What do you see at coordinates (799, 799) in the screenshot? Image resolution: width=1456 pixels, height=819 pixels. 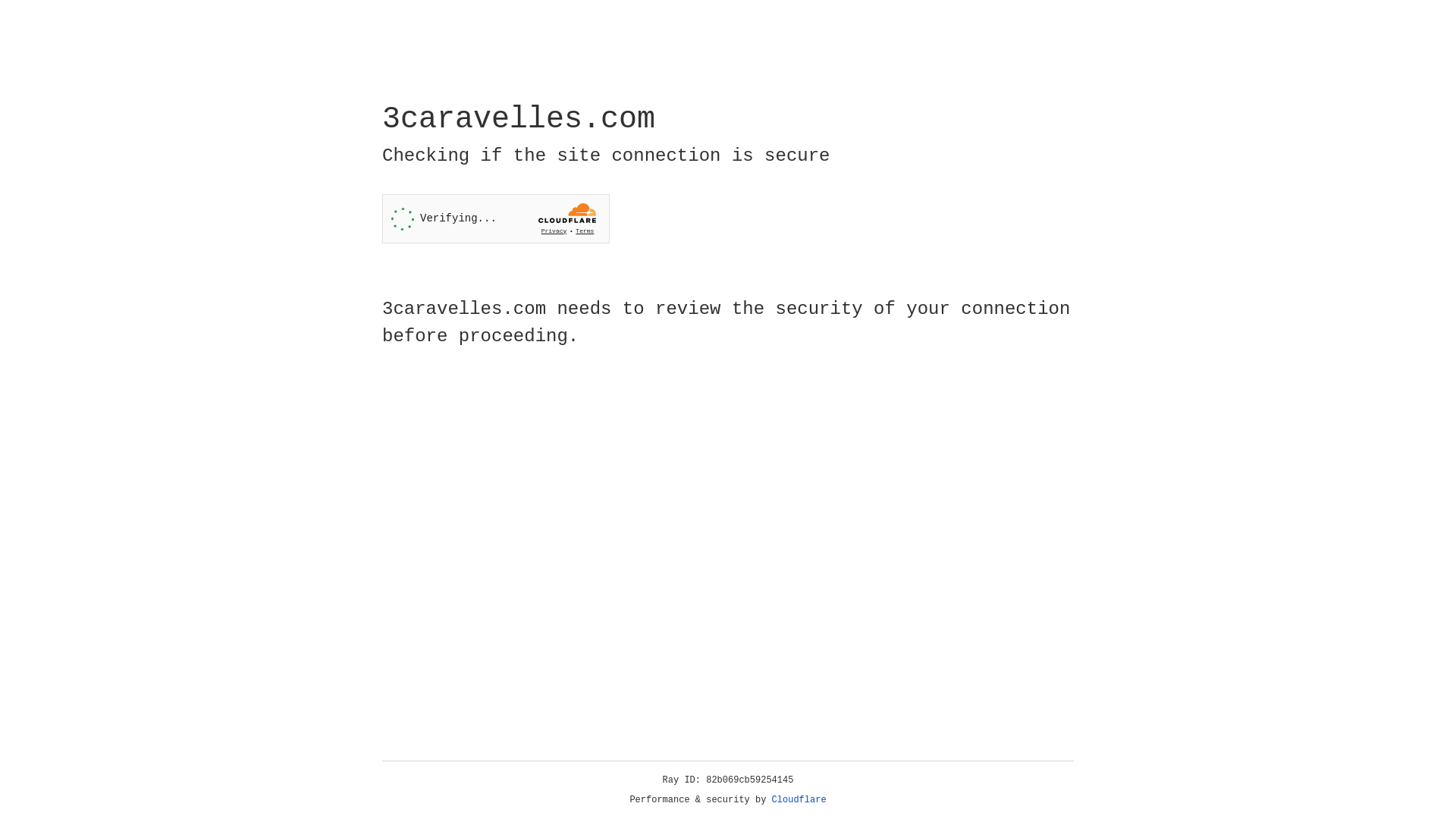 I see `'Cloudflare'` at bounding box center [799, 799].